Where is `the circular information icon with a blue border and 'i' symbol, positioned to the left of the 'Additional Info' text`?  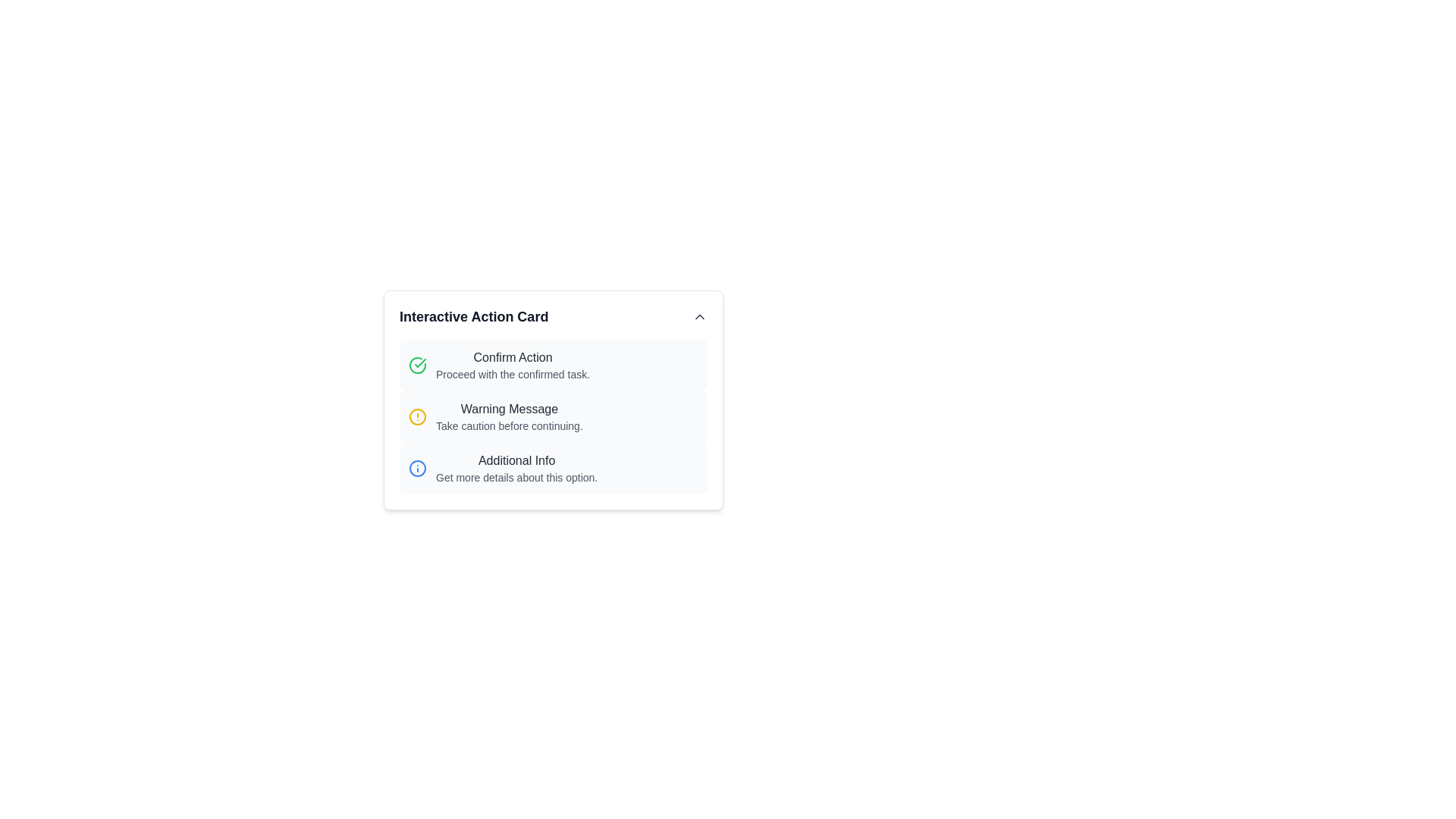 the circular information icon with a blue border and 'i' symbol, positioned to the left of the 'Additional Info' text is located at coordinates (418, 467).